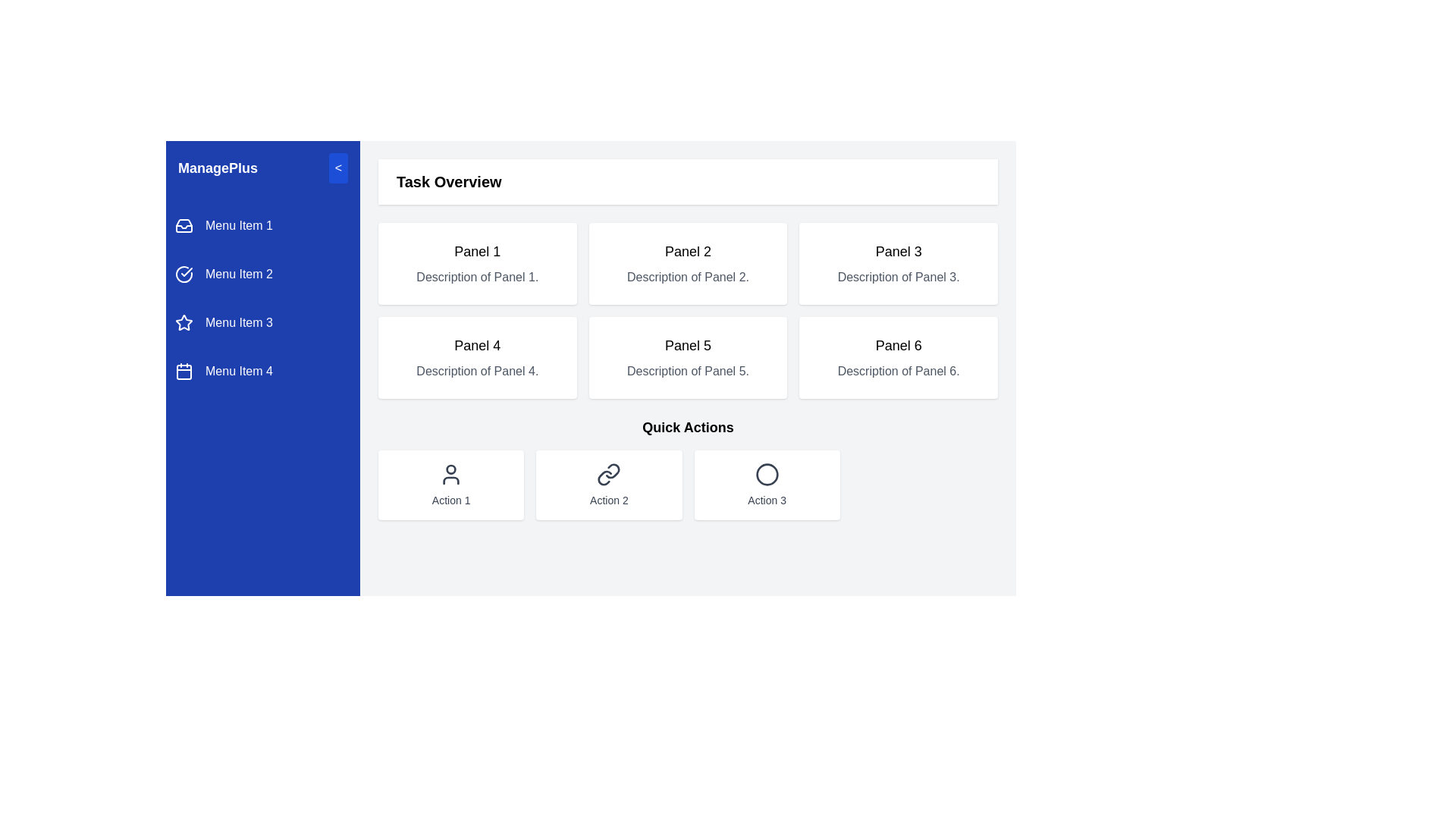 The height and width of the screenshot is (819, 1456). I want to click on the decorative or informative shape within the icon located in the sidebar on the top-left corner, below the 'ManagePlus' heading, so click(184, 227).